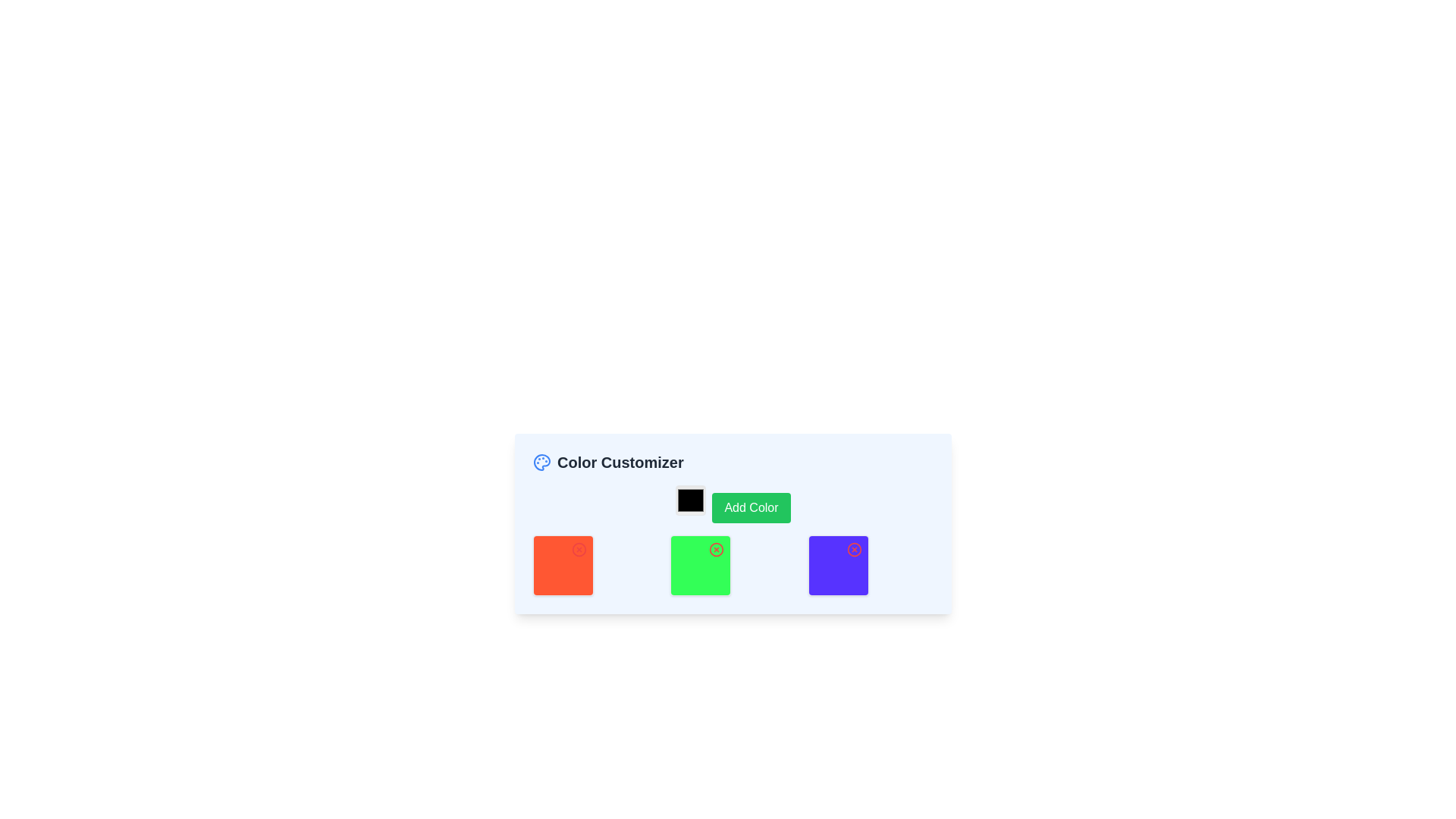 Image resolution: width=1456 pixels, height=819 pixels. I want to click on the decorative SVG circle element located centrally within the rightmost blue square in the Color Customizer panel, so click(854, 550).